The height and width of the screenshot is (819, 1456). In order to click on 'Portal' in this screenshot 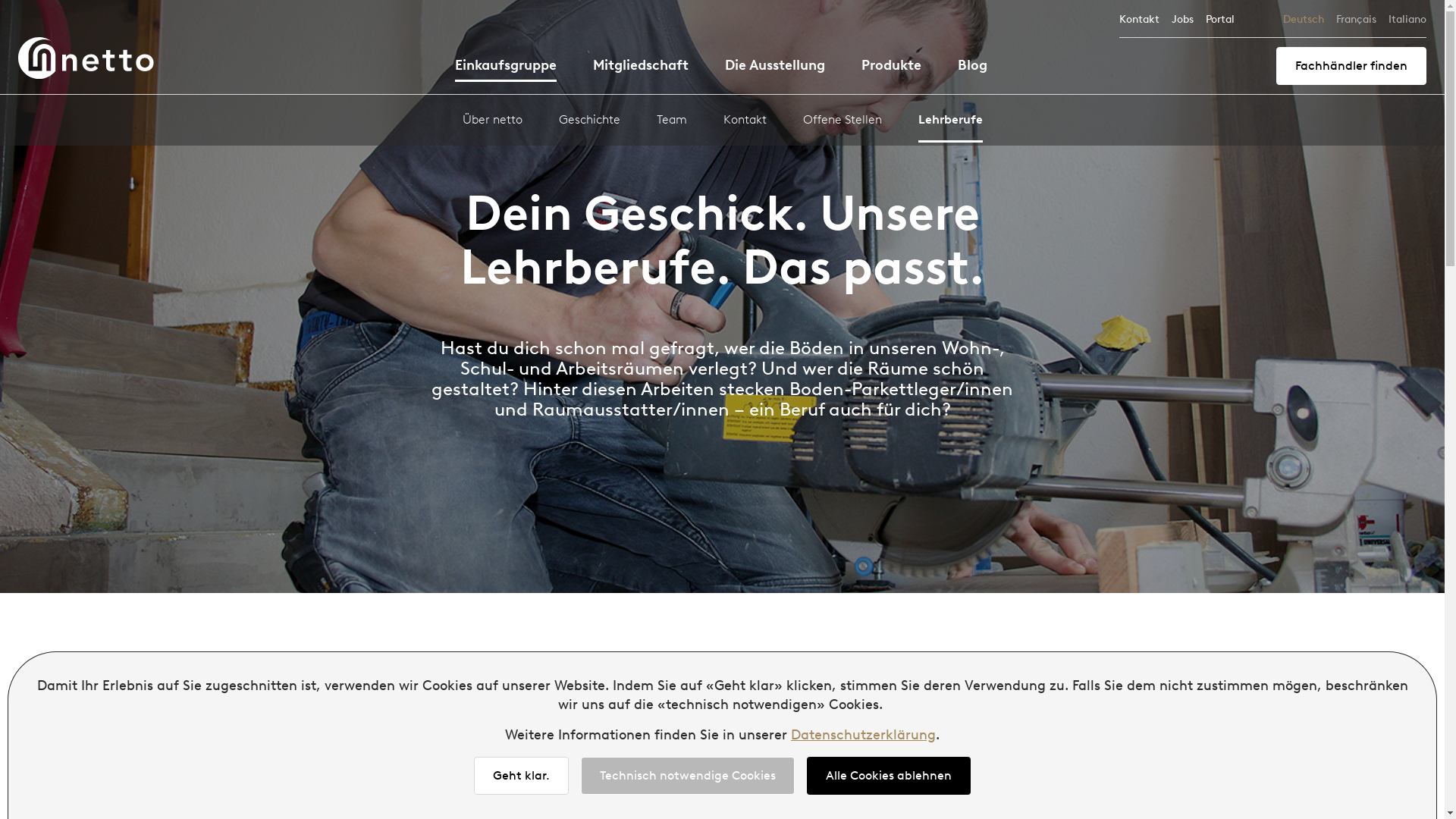, I will do `click(1219, 19)`.